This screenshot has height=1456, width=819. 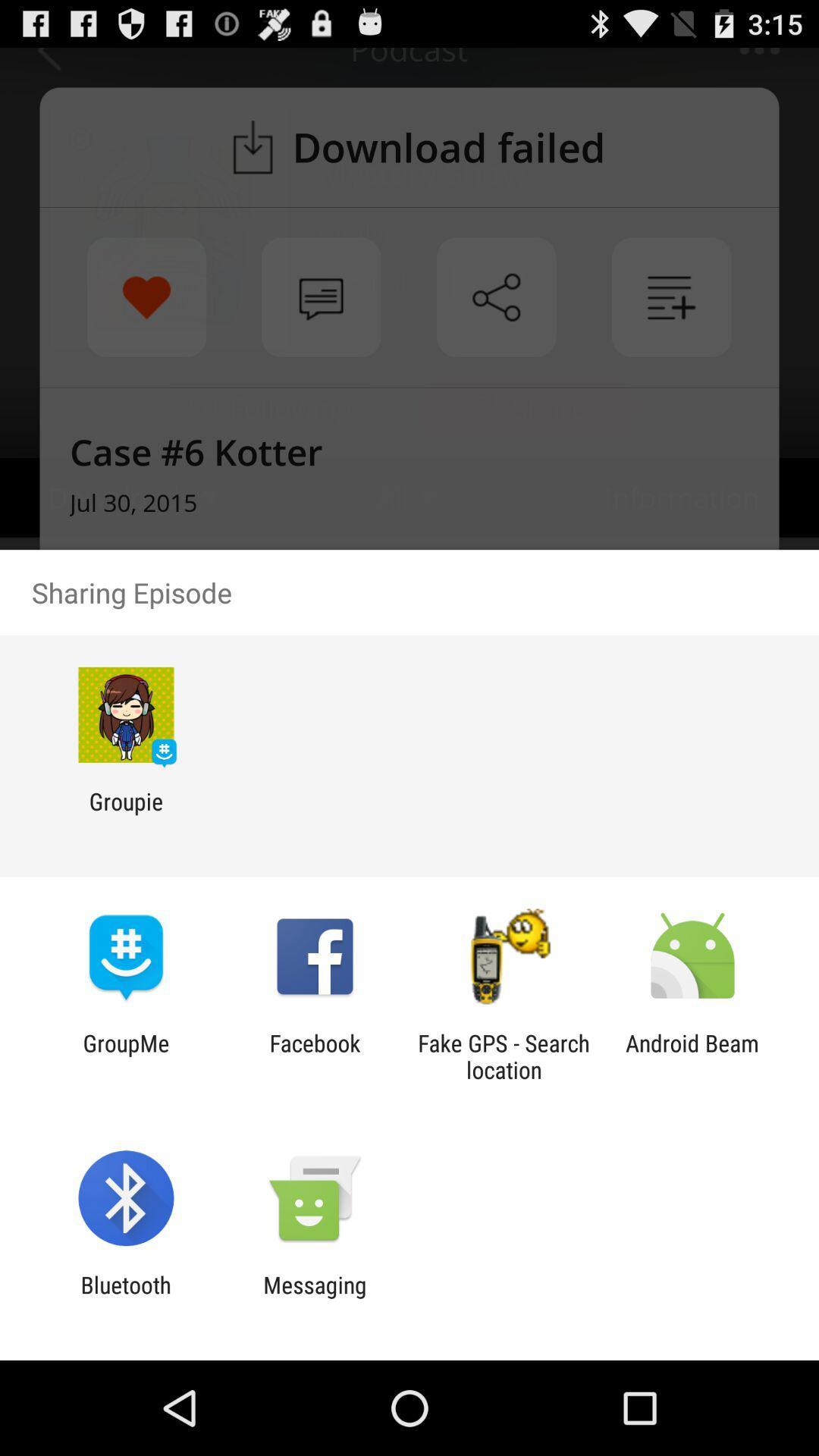 What do you see at coordinates (125, 814) in the screenshot?
I see `the groupie item` at bounding box center [125, 814].